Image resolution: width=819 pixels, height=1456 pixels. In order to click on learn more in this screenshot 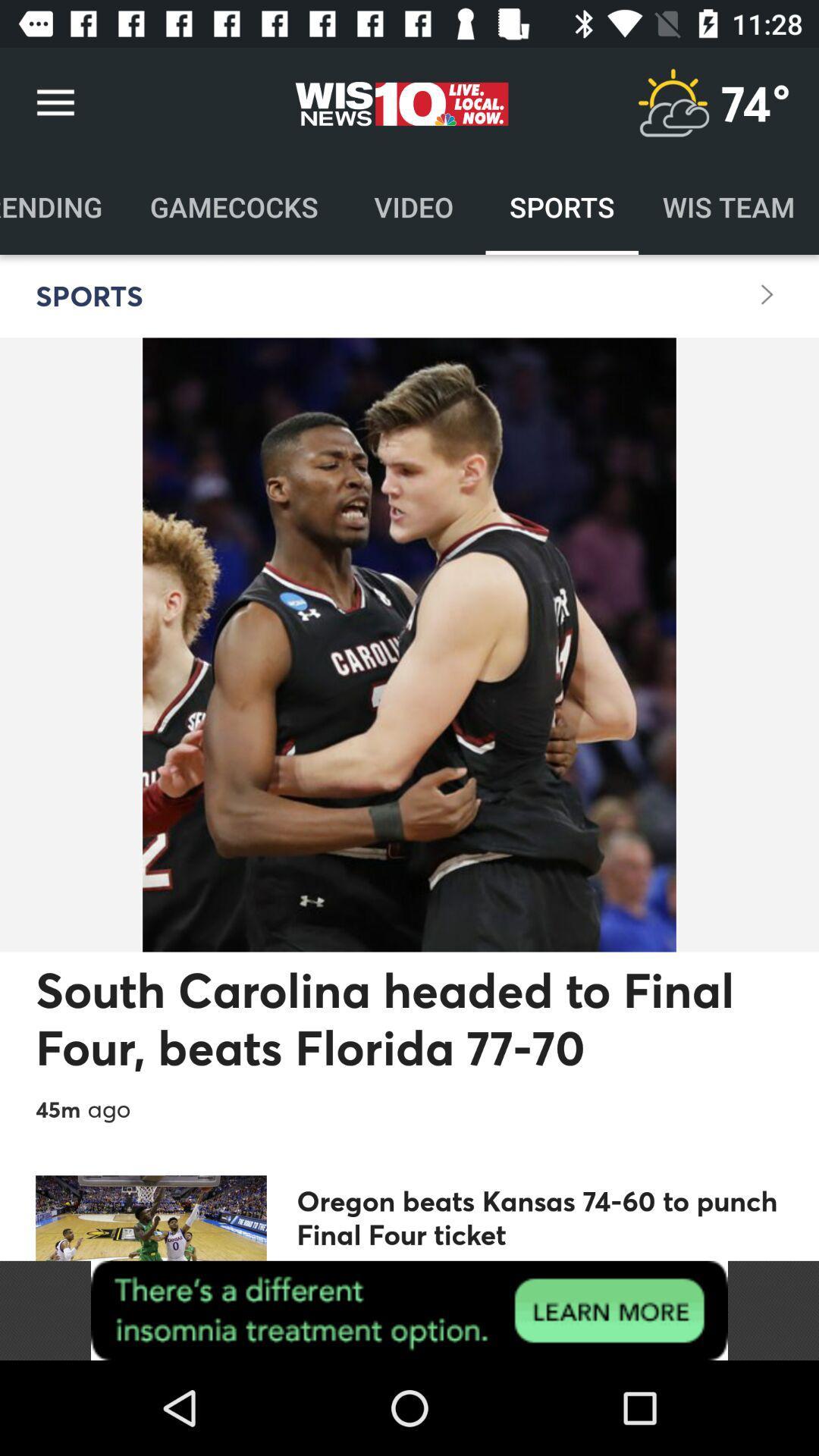, I will do `click(409, 1310)`.